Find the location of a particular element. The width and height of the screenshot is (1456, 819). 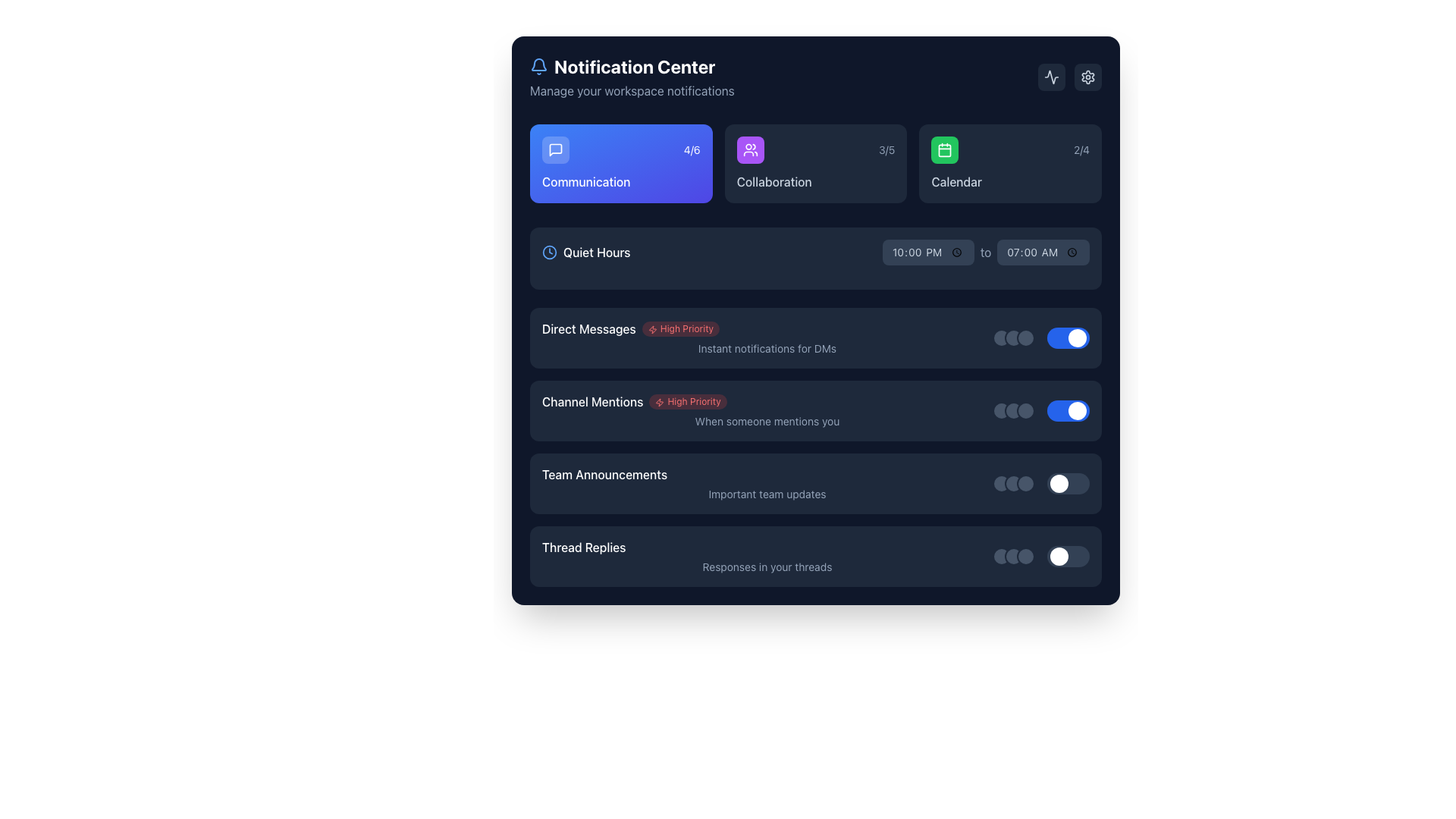

the speech bubble icon located at the top-left corner of the 'Communication' button, which is a small, rounded rectangle with a light blue background is located at coordinates (555, 149).